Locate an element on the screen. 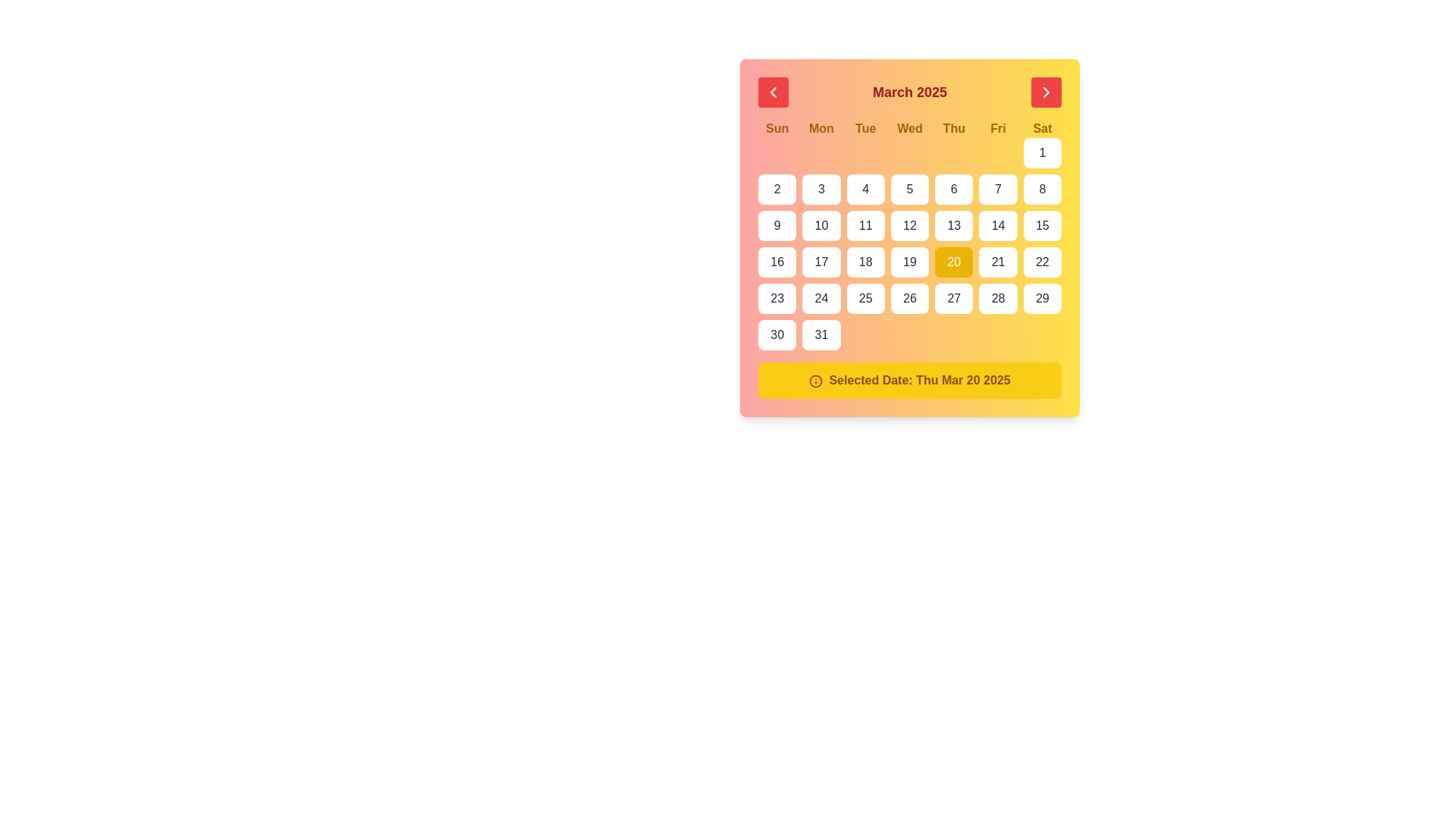  the date button located in the fourth row and second column of the calendar widget is located at coordinates (821, 262).